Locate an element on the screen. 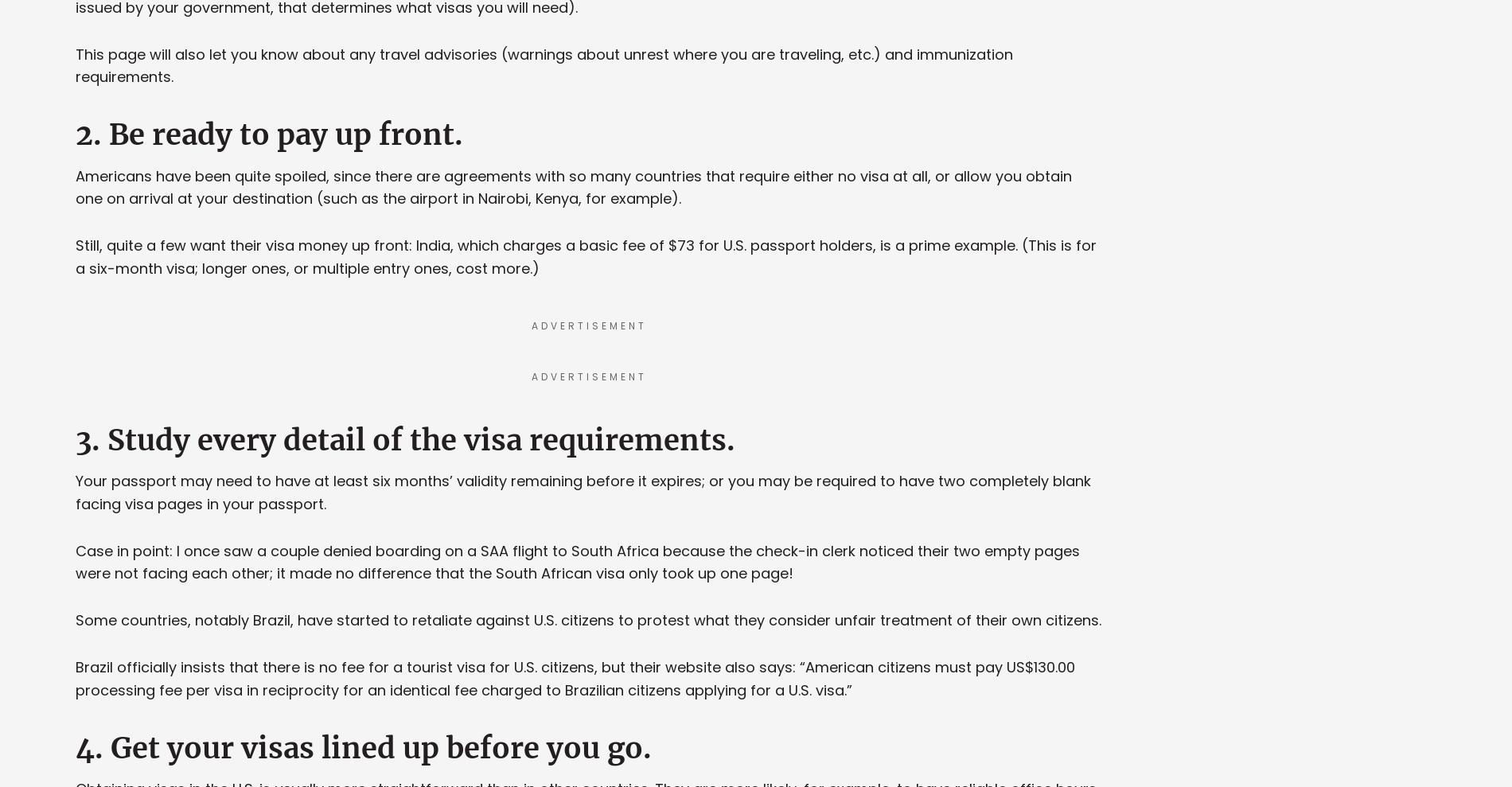 This screenshot has height=787, width=1512. '2. Be ready to pay up front.' is located at coordinates (268, 134).